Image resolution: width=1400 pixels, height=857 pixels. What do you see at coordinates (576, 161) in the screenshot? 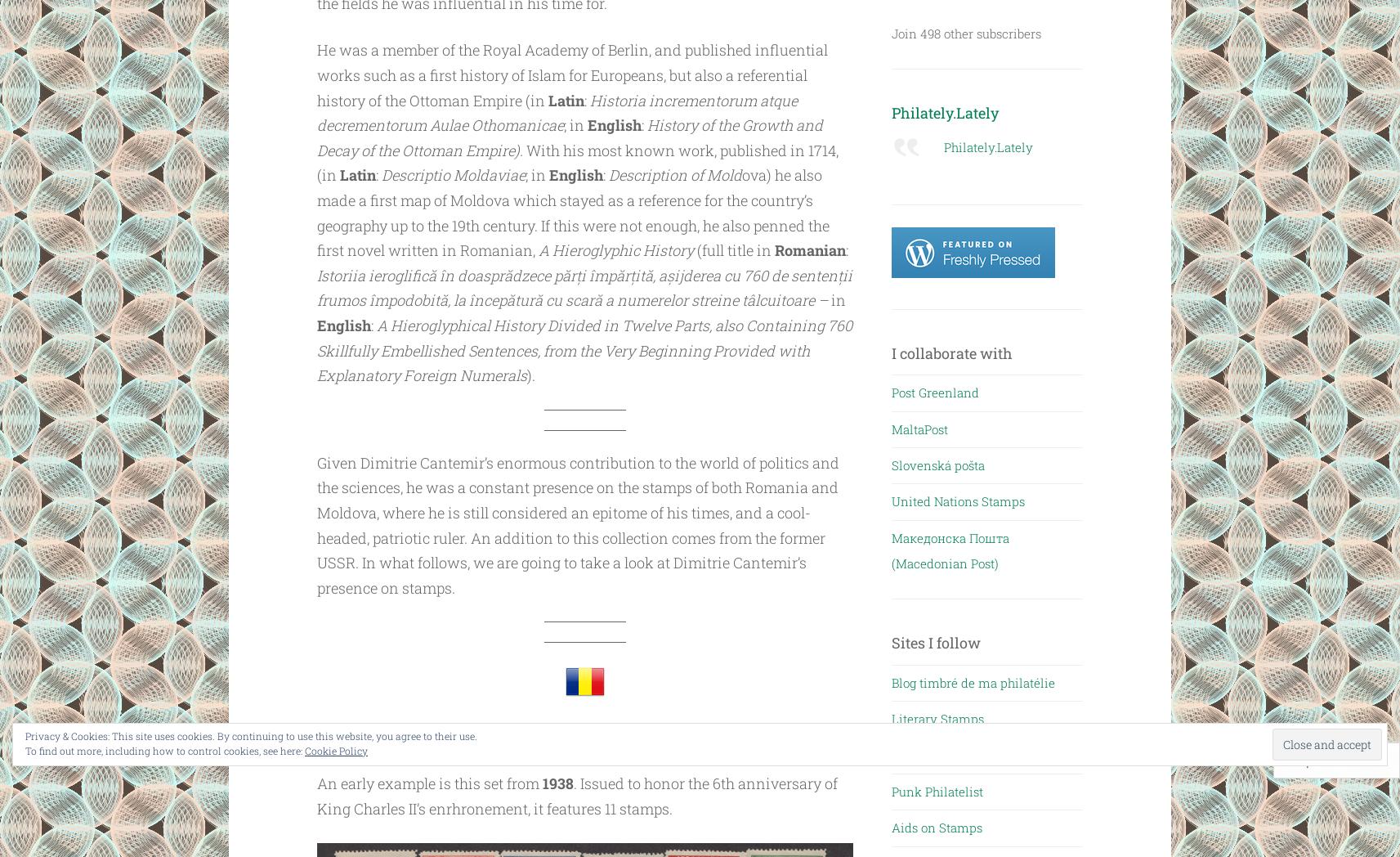
I see `'With his most known work, published in 1714, (in'` at bounding box center [576, 161].